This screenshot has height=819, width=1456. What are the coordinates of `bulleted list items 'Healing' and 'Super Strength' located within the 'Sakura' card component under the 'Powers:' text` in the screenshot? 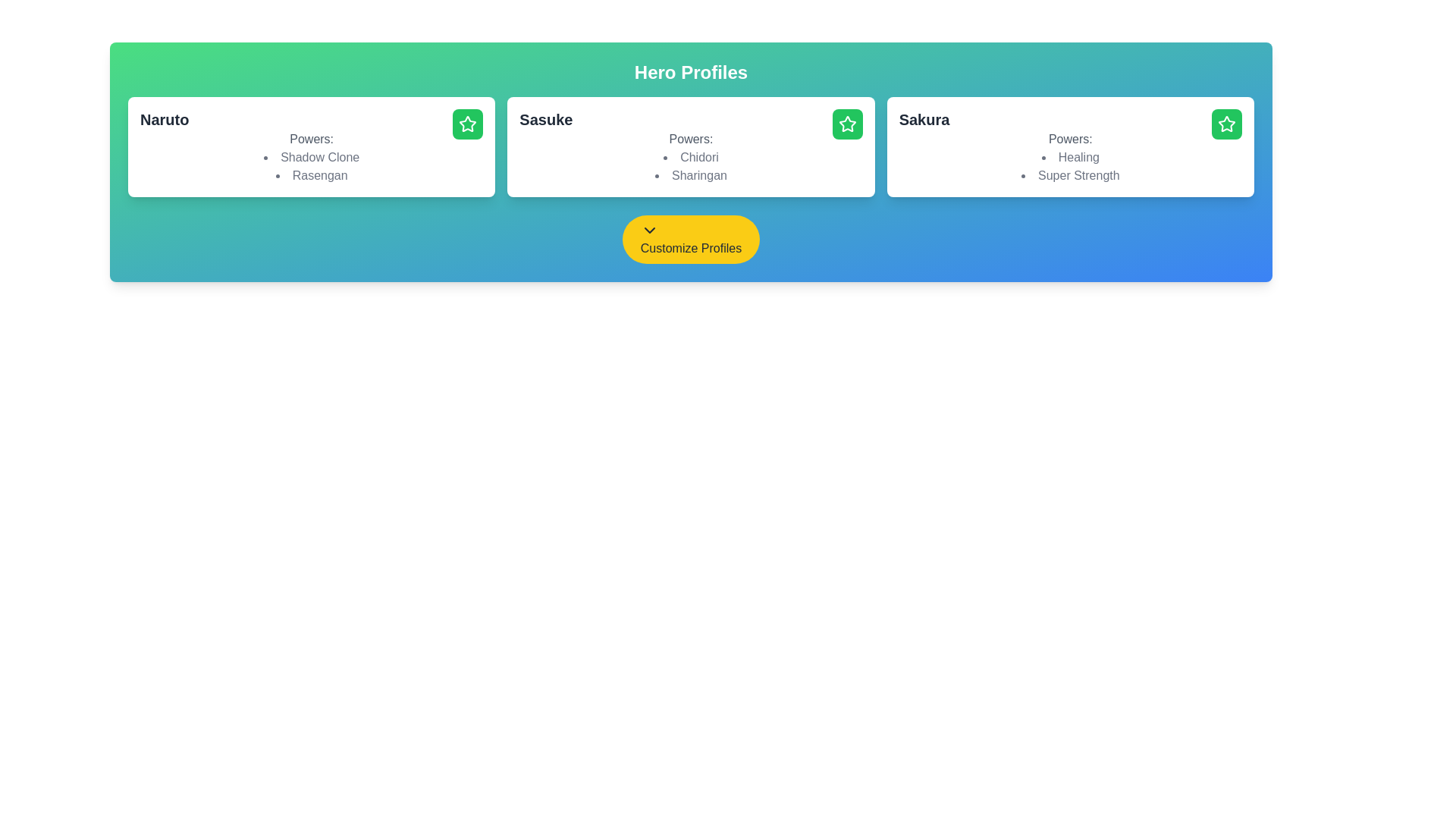 It's located at (1069, 166).